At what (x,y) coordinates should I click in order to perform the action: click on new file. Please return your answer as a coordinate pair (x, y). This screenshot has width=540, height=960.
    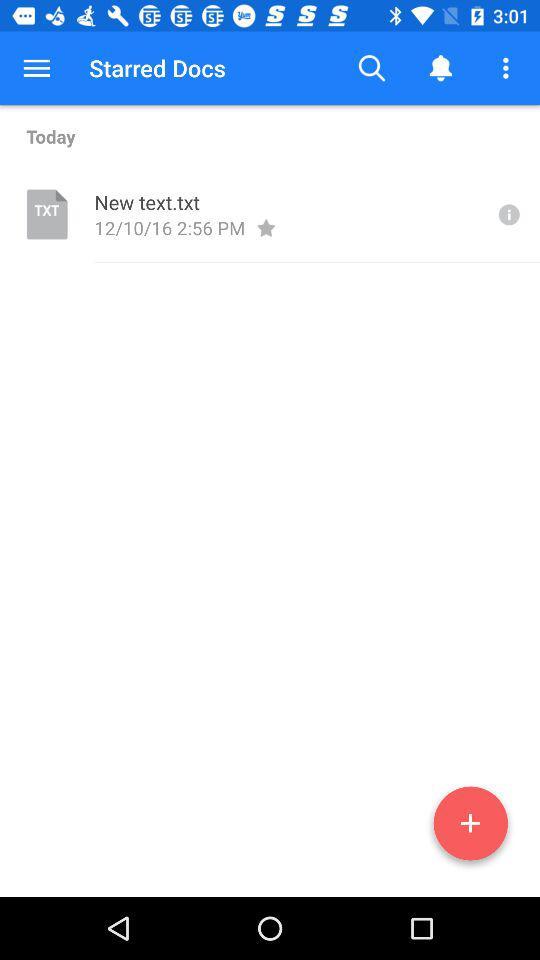
    Looking at the image, I should click on (470, 827).